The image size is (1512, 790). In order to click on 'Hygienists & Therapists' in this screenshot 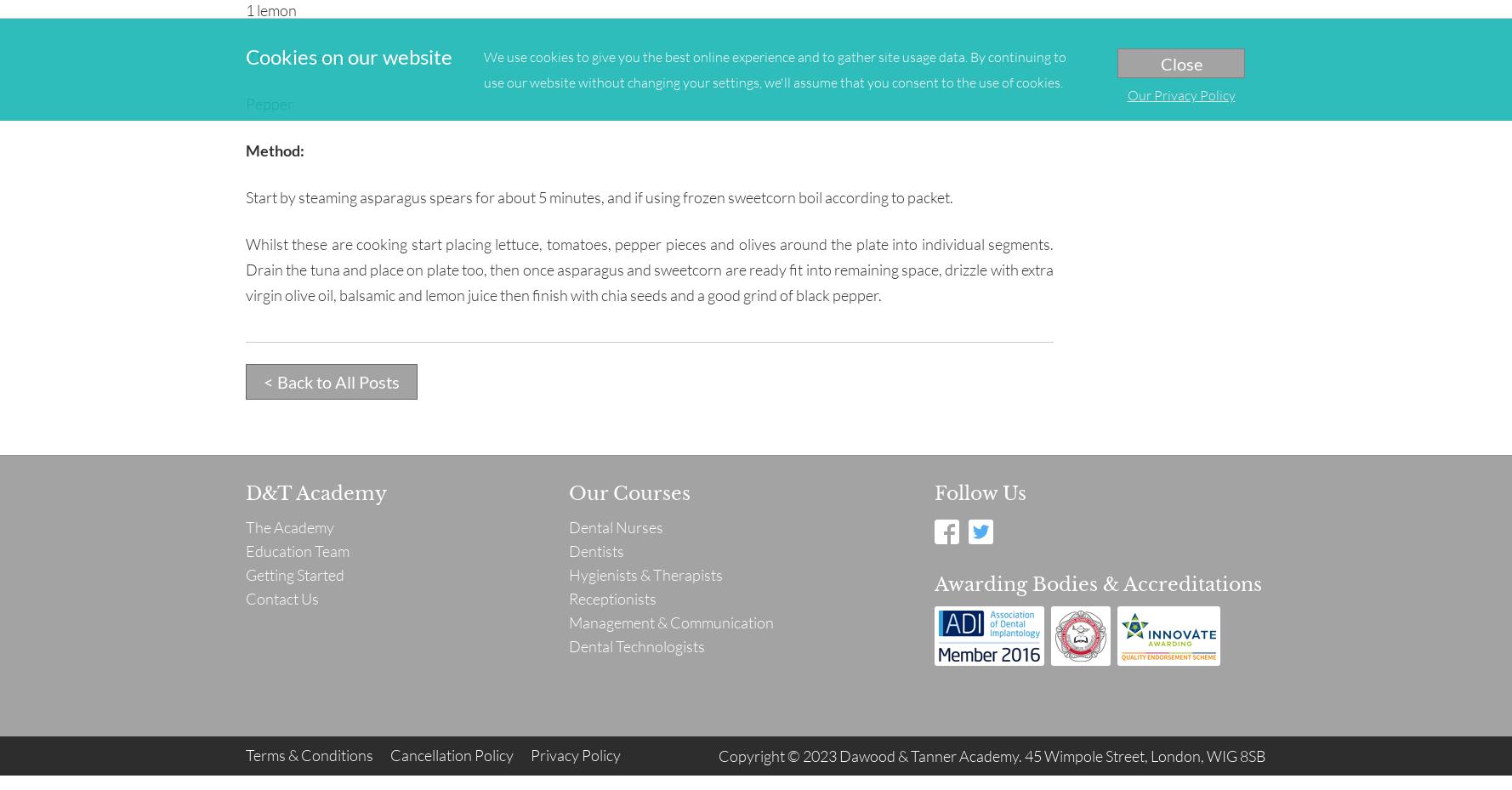, I will do `click(569, 575)`.